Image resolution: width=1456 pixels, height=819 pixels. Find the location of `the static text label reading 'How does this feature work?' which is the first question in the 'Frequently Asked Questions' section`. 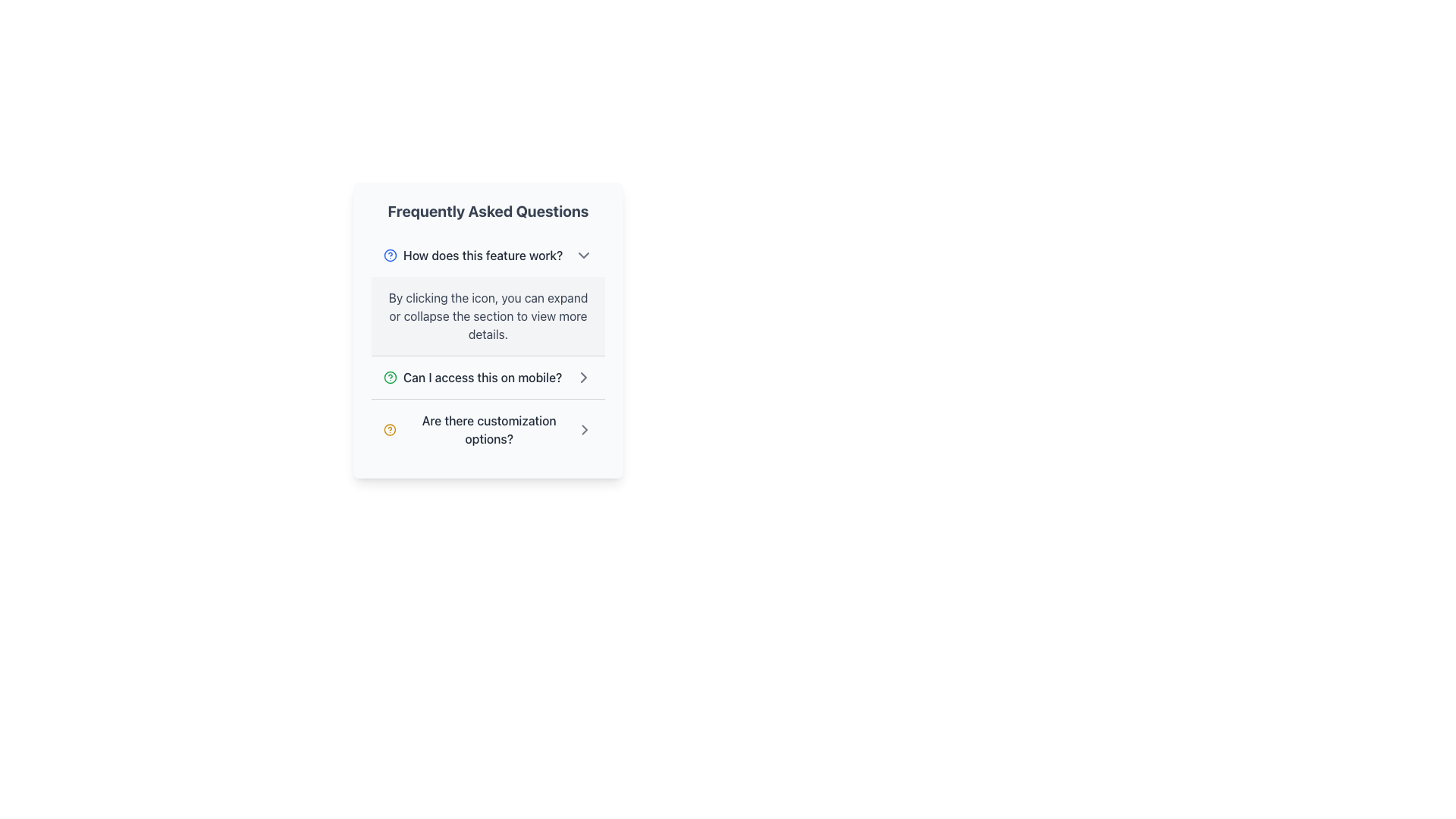

the static text label reading 'How does this feature work?' which is the first question in the 'Frequently Asked Questions' section is located at coordinates (482, 254).